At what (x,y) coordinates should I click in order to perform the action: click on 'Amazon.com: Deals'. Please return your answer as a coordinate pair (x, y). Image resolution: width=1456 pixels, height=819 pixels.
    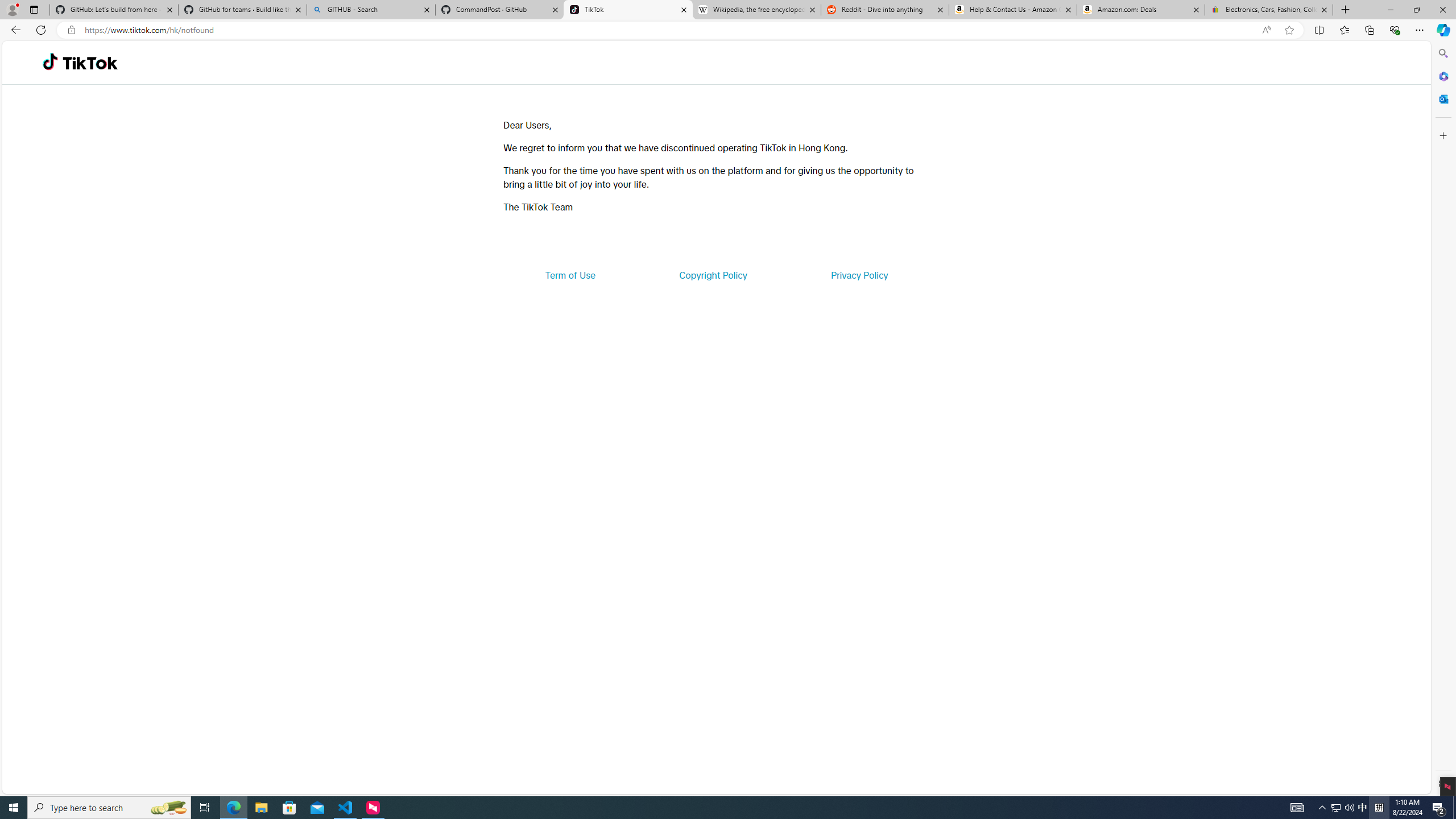
    Looking at the image, I should click on (1140, 9).